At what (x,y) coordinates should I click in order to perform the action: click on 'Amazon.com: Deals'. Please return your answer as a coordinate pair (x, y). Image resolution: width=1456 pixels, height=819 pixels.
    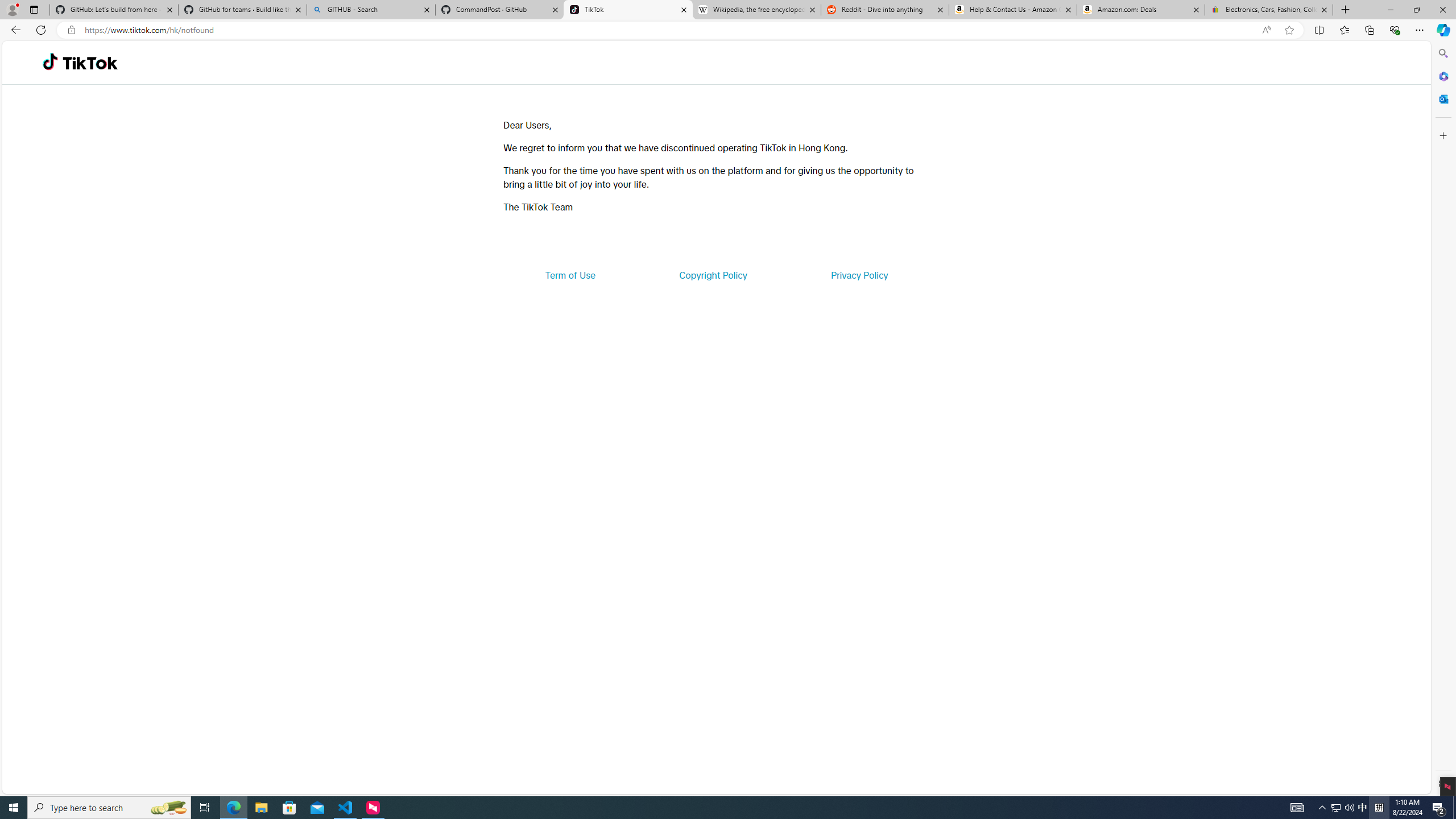
    Looking at the image, I should click on (1140, 9).